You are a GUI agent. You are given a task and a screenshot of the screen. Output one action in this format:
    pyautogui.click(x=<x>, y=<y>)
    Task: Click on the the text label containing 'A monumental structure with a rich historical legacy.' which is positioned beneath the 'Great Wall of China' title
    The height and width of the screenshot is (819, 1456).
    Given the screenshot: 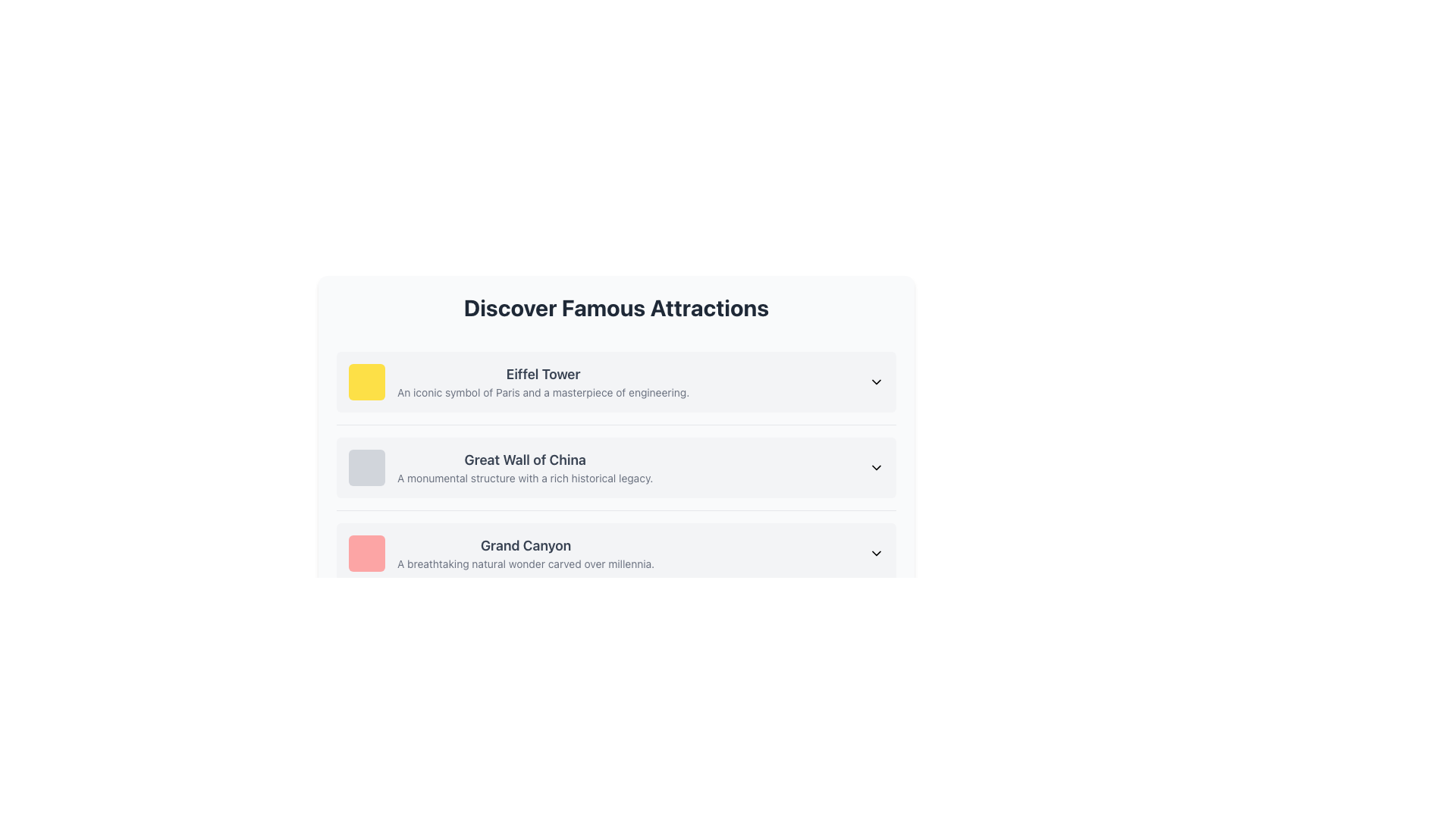 What is the action you would take?
    pyautogui.click(x=525, y=479)
    